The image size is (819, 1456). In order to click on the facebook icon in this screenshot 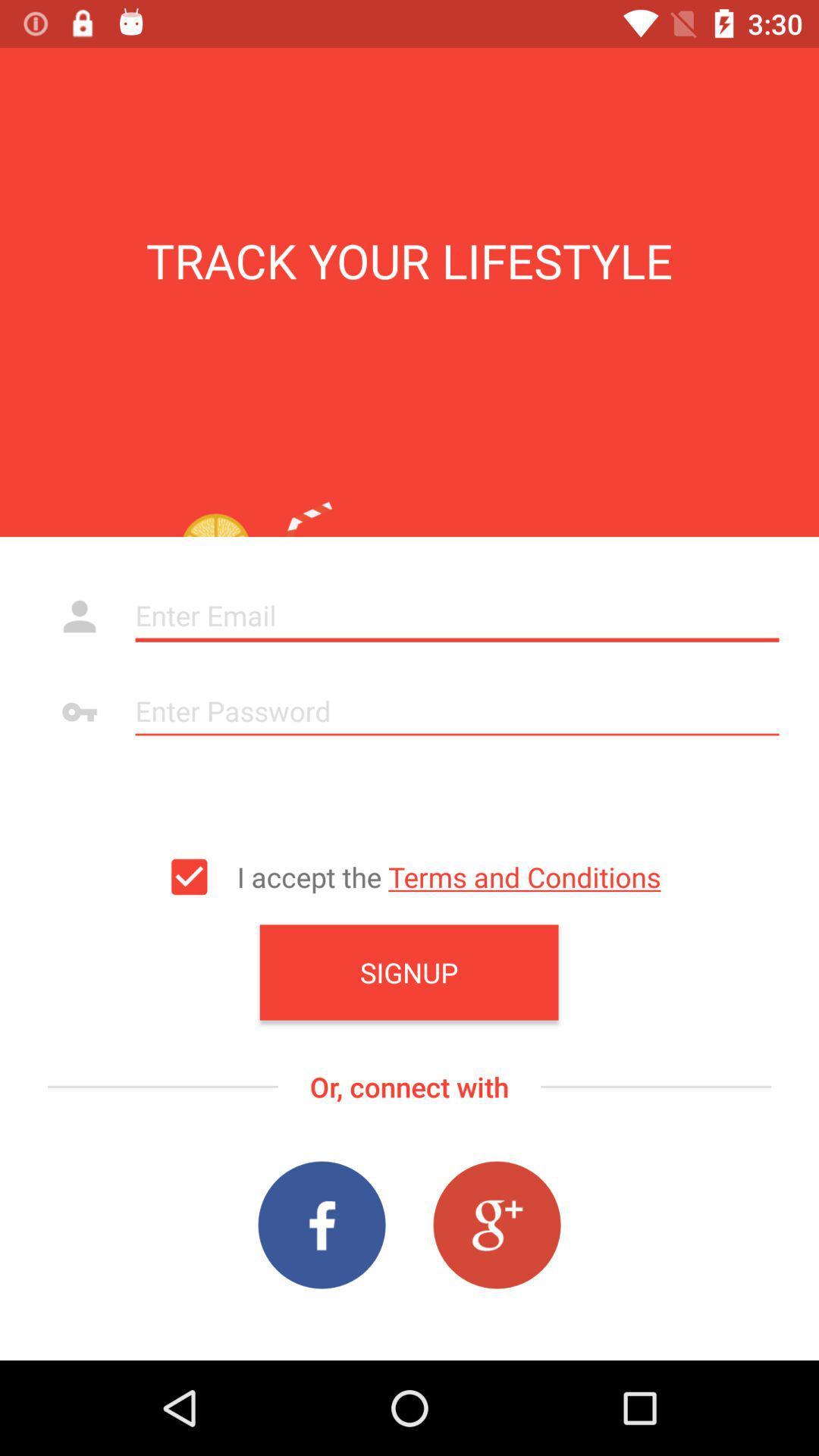, I will do `click(321, 1225)`.